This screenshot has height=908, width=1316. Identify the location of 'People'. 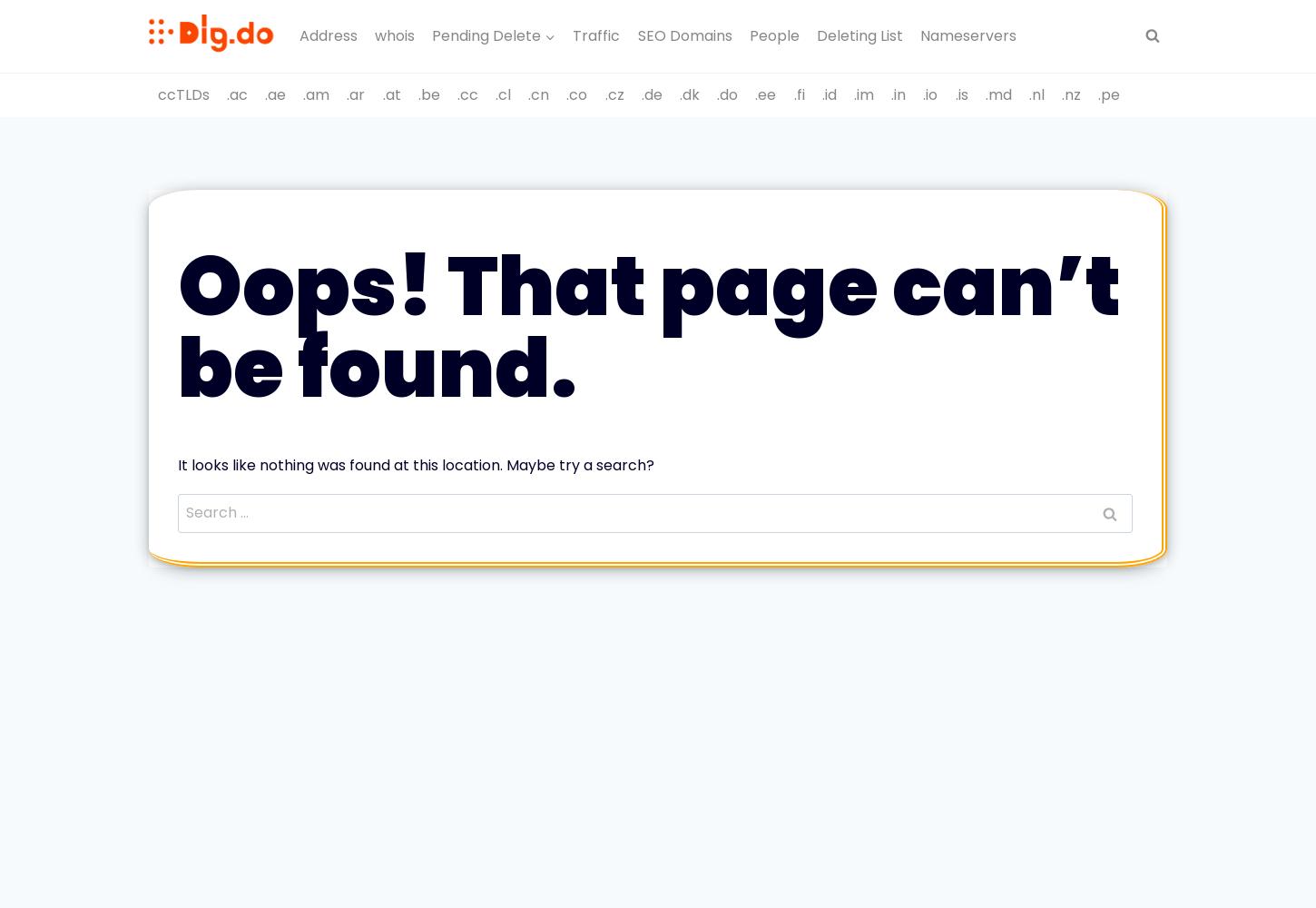
(772, 35).